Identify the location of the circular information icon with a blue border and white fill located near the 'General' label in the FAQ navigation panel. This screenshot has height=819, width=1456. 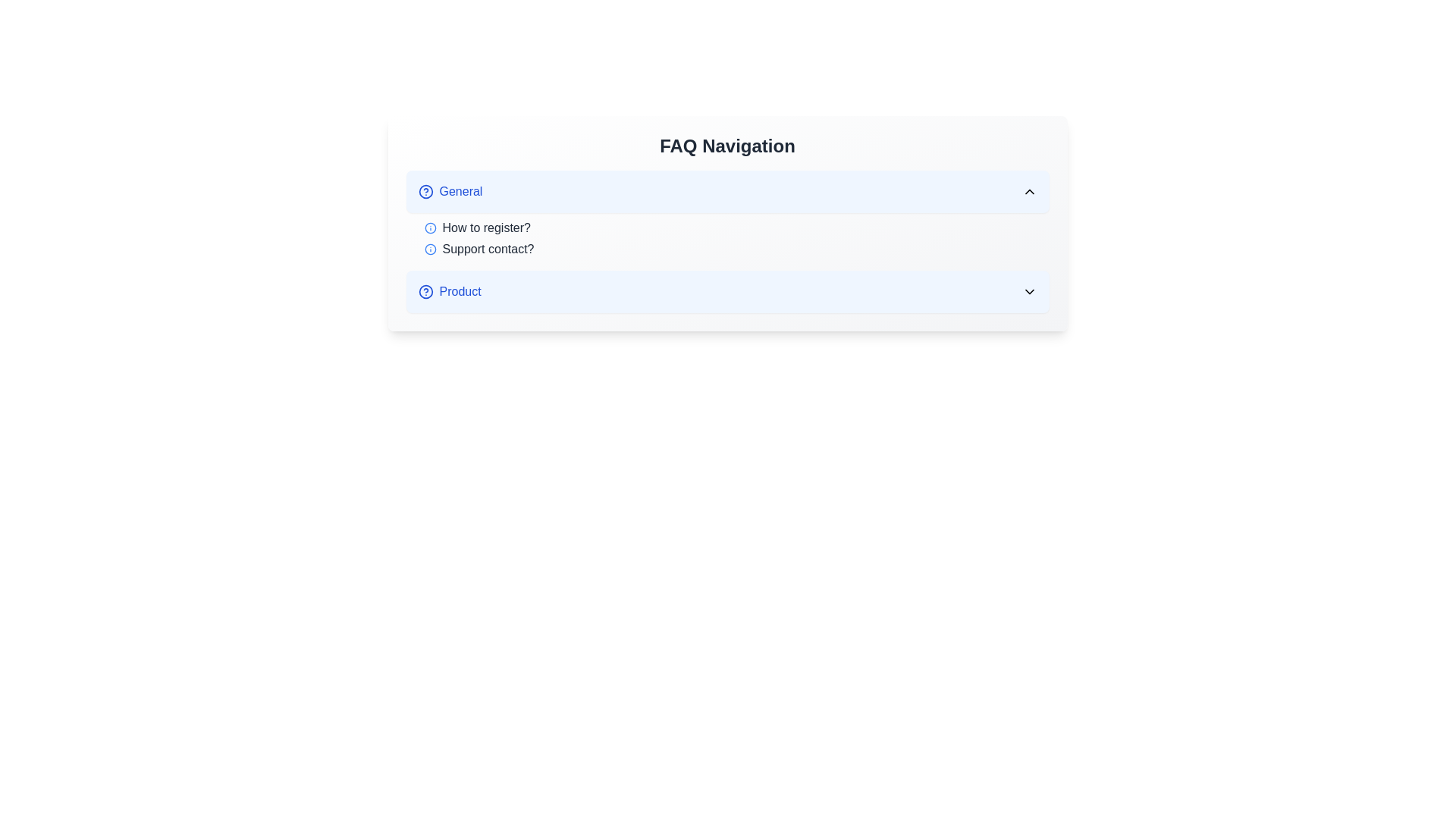
(429, 248).